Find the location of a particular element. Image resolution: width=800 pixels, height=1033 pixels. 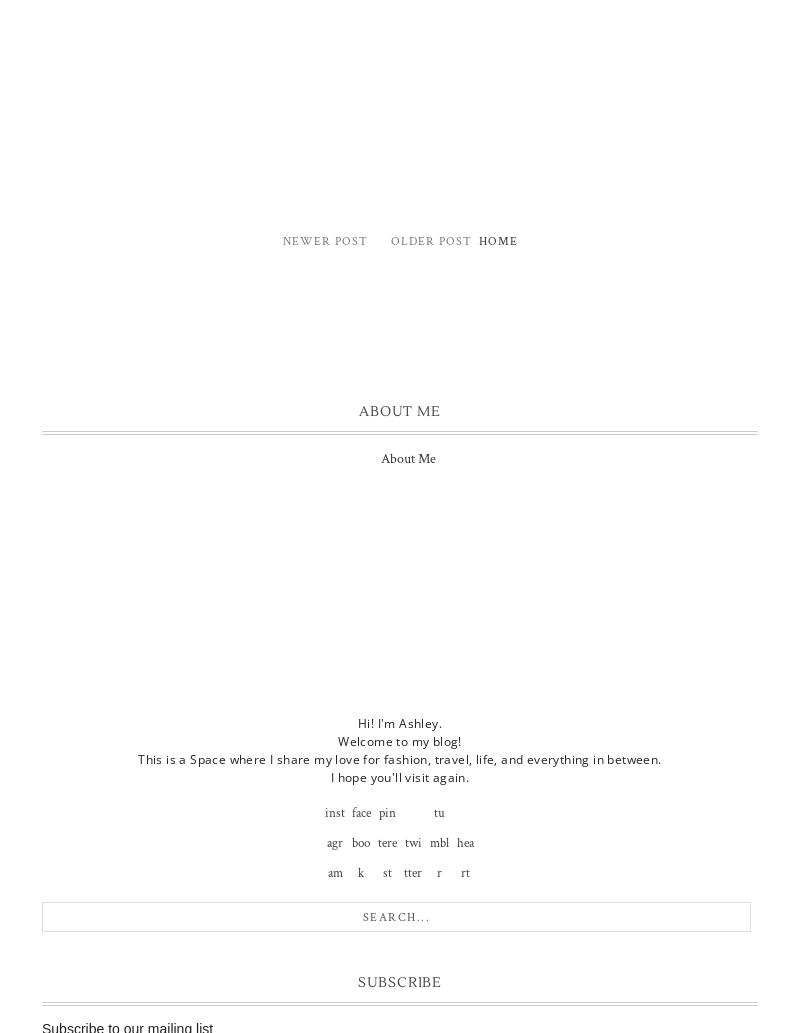

'heart' is located at coordinates (463, 857).